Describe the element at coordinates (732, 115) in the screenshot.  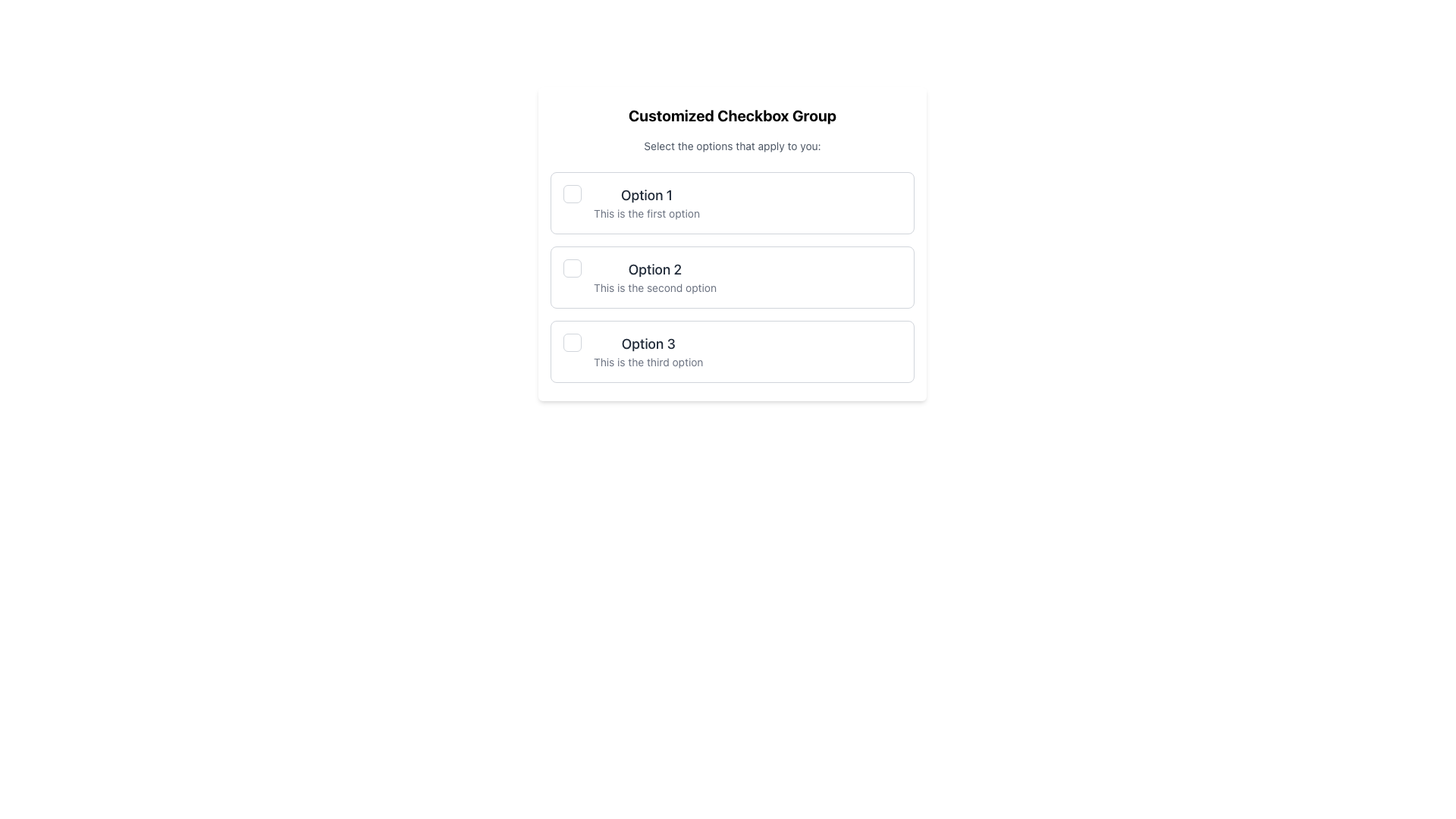
I see `the bold text label located at the top of the checkbox group, which serves as a title and has a larger font size emphasizing its importance` at that location.